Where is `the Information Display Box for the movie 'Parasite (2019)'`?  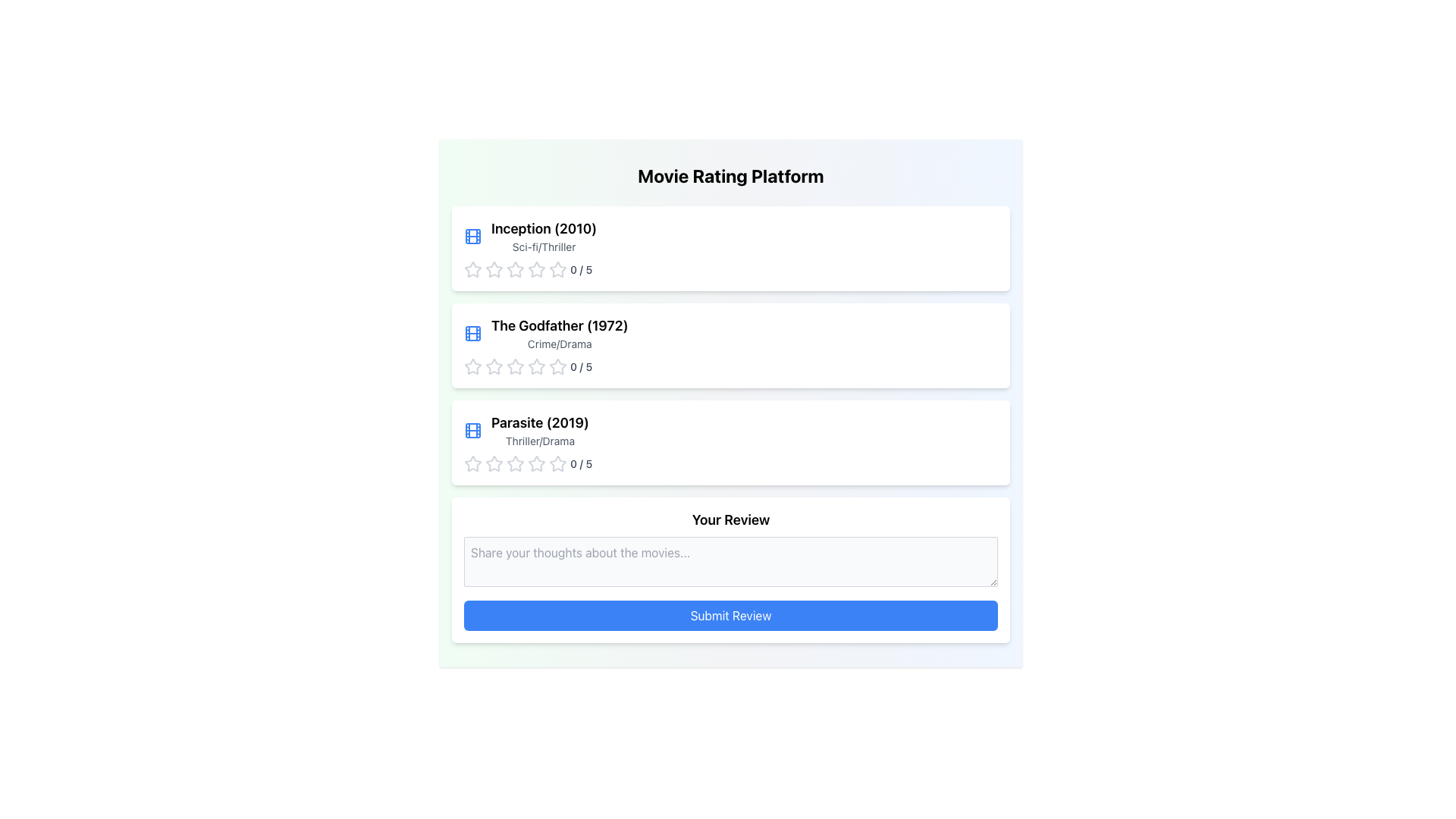 the Information Display Box for the movie 'Parasite (2019)' is located at coordinates (731, 430).